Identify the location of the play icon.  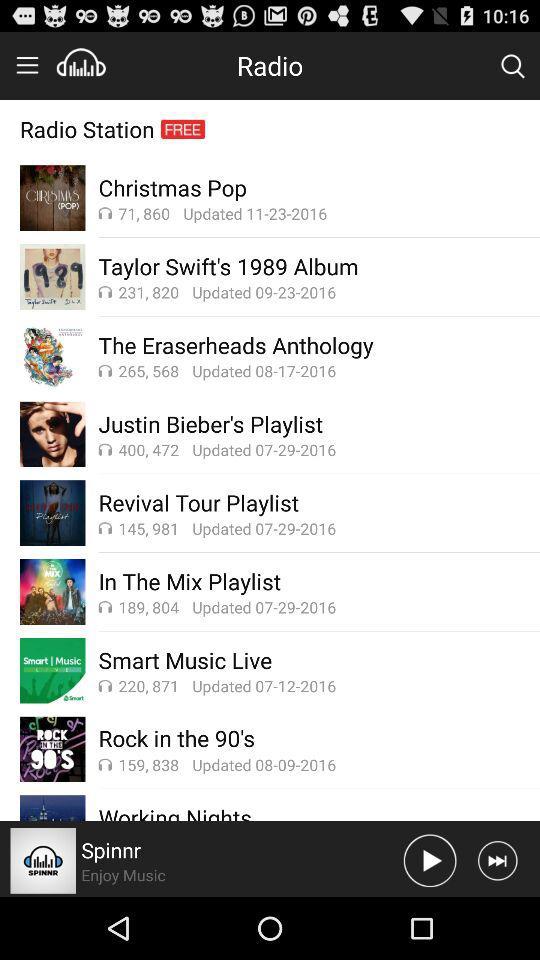
(429, 921).